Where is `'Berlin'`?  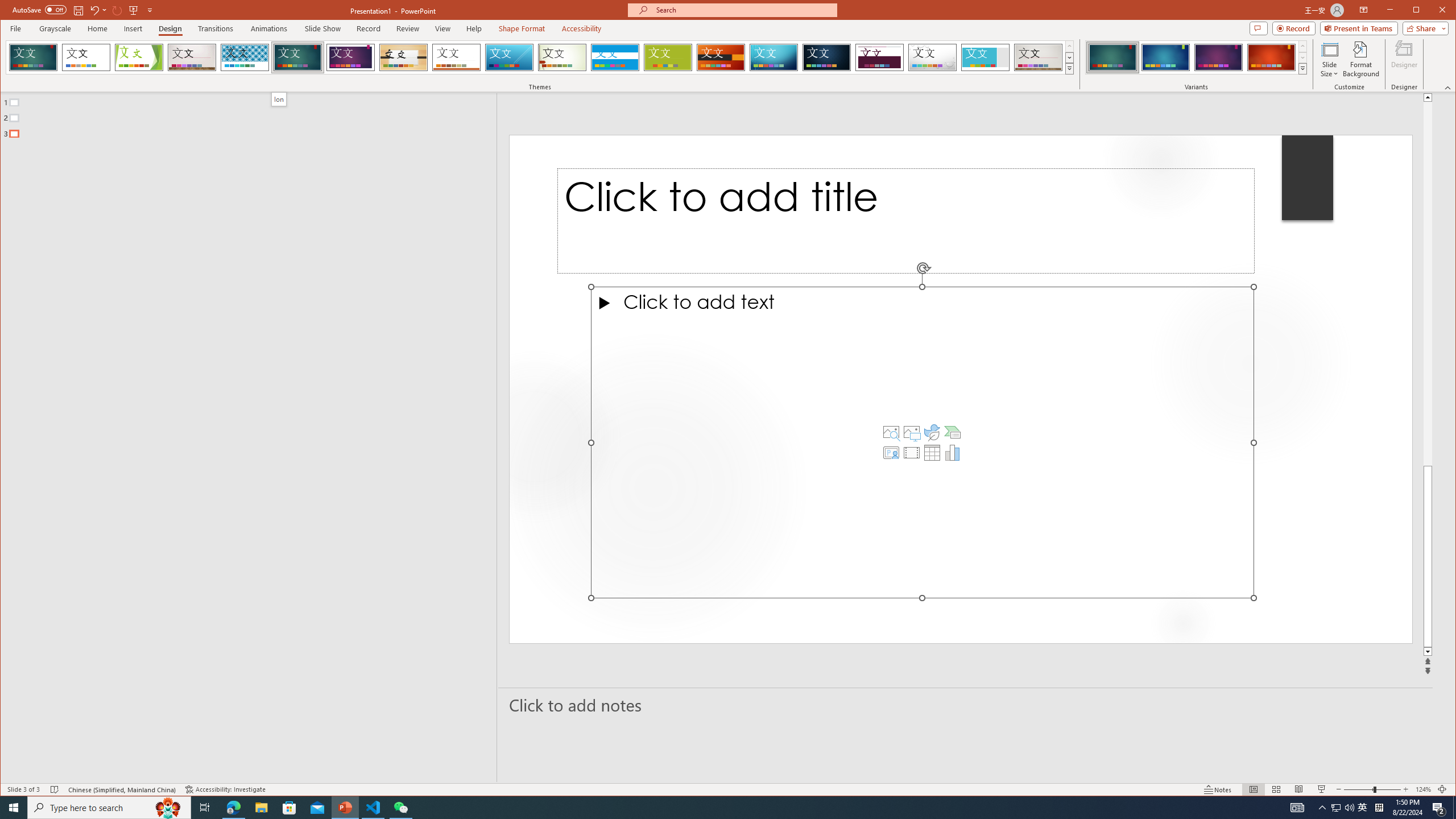 'Berlin' is located at coordinates (721, 57).